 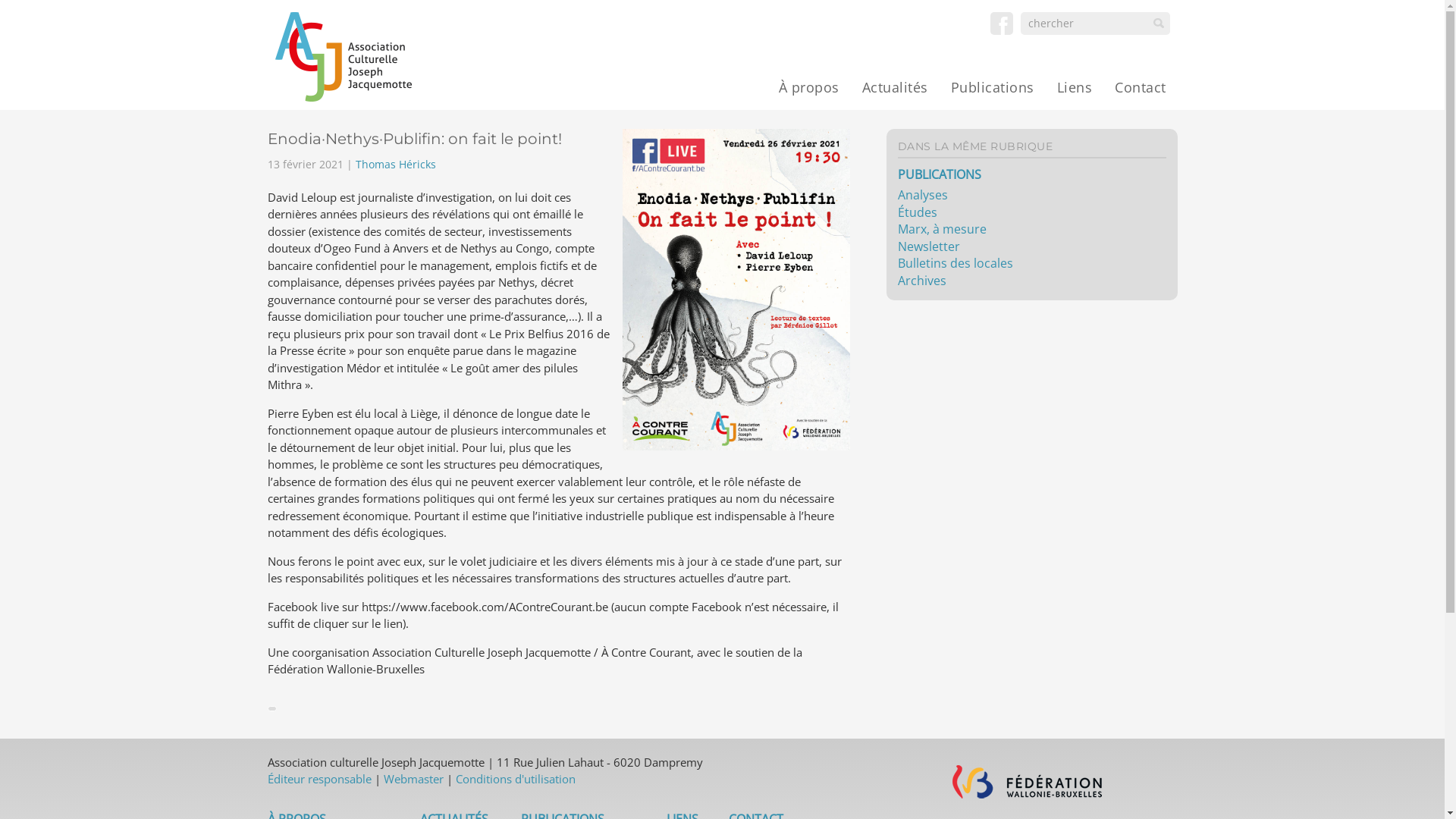 What do you see at coordinates (1140, 87) in the screenshot?
I see `'Contact'` at bounding box center [1140, 87].